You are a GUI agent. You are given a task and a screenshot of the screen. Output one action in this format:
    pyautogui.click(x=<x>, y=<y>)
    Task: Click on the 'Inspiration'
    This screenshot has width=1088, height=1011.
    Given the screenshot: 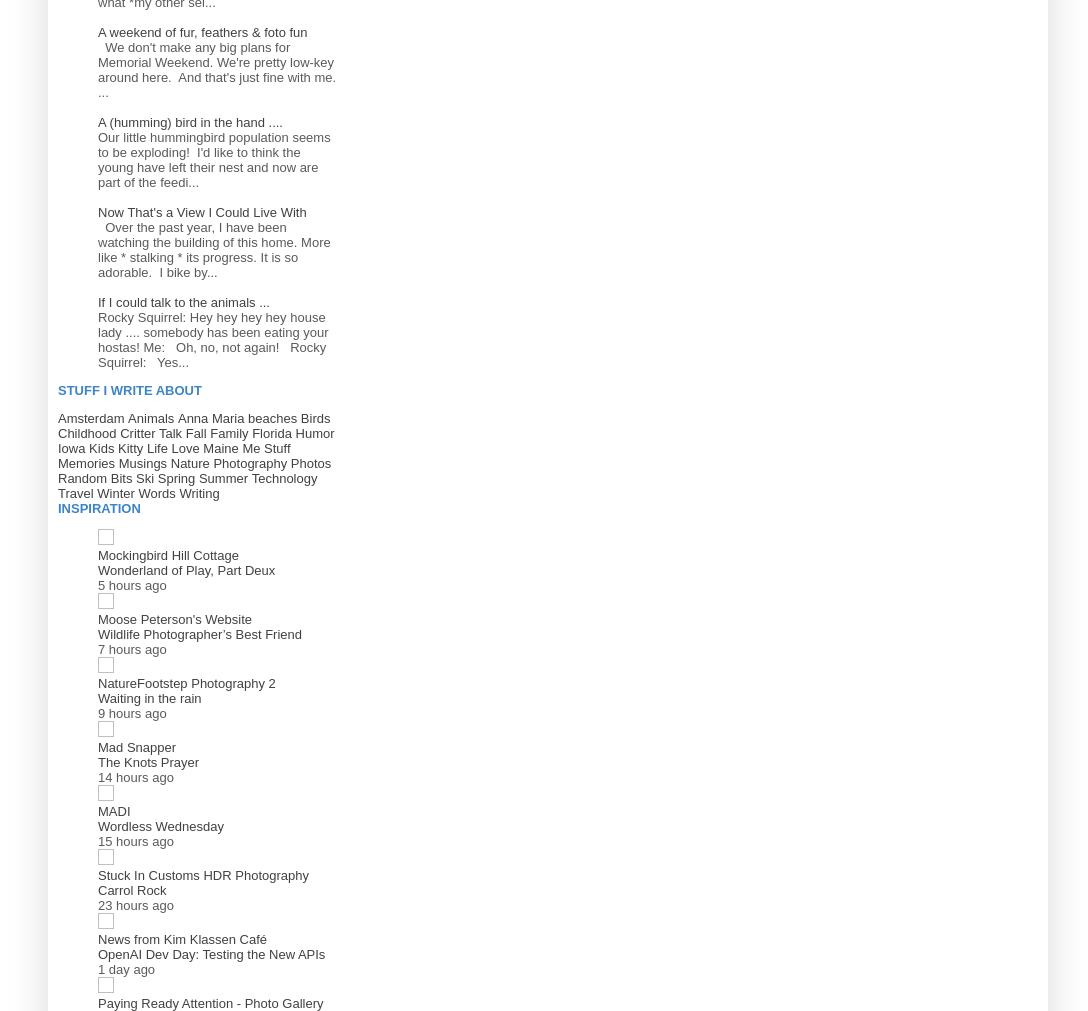 What is the action you would take?
    pyautogui.click(x=99, y=507)
    